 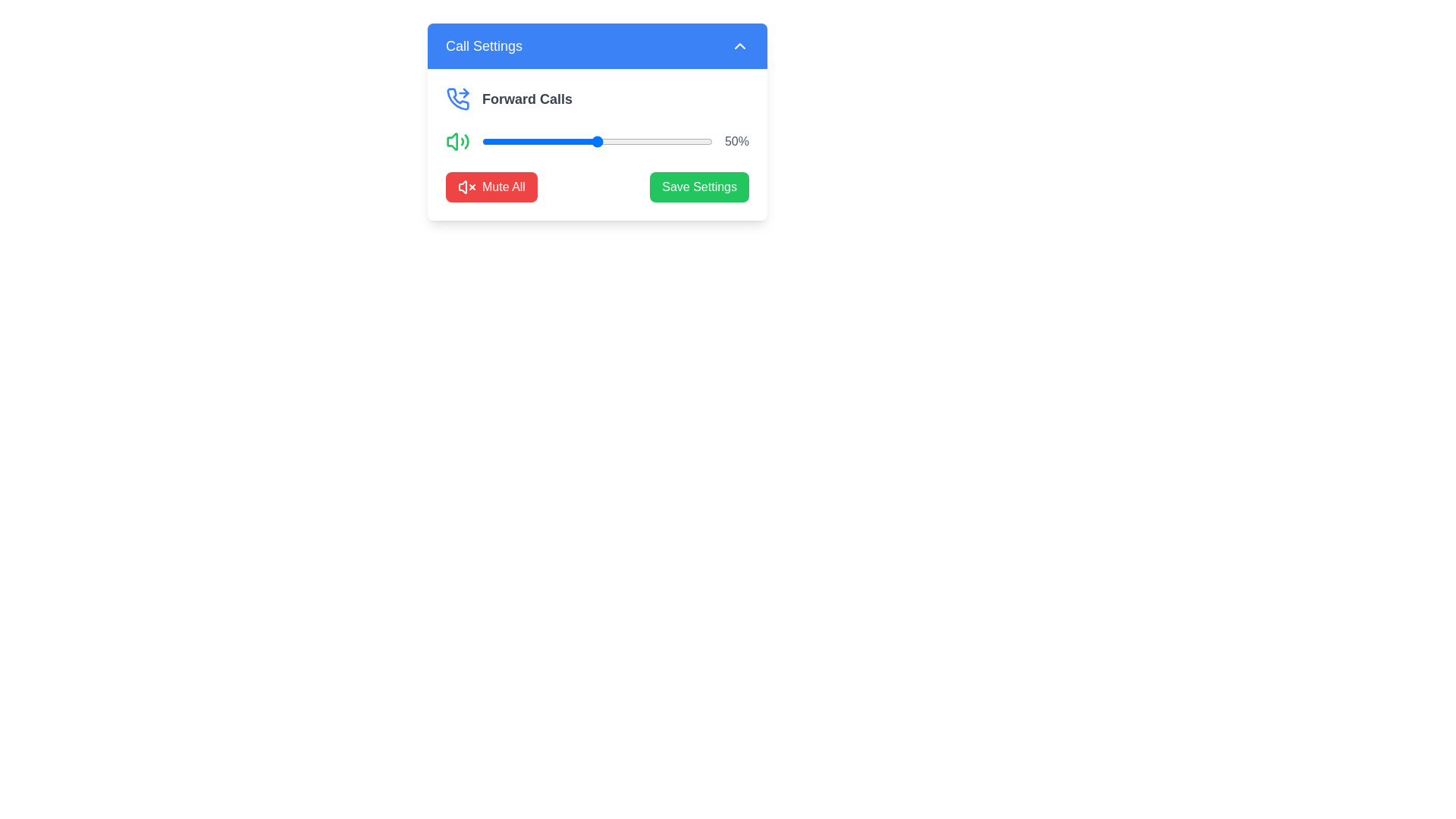 What do you see at coordinates (562, 141) in the screenshot?
I see `the volume slider` at bounding box center [562, 141].